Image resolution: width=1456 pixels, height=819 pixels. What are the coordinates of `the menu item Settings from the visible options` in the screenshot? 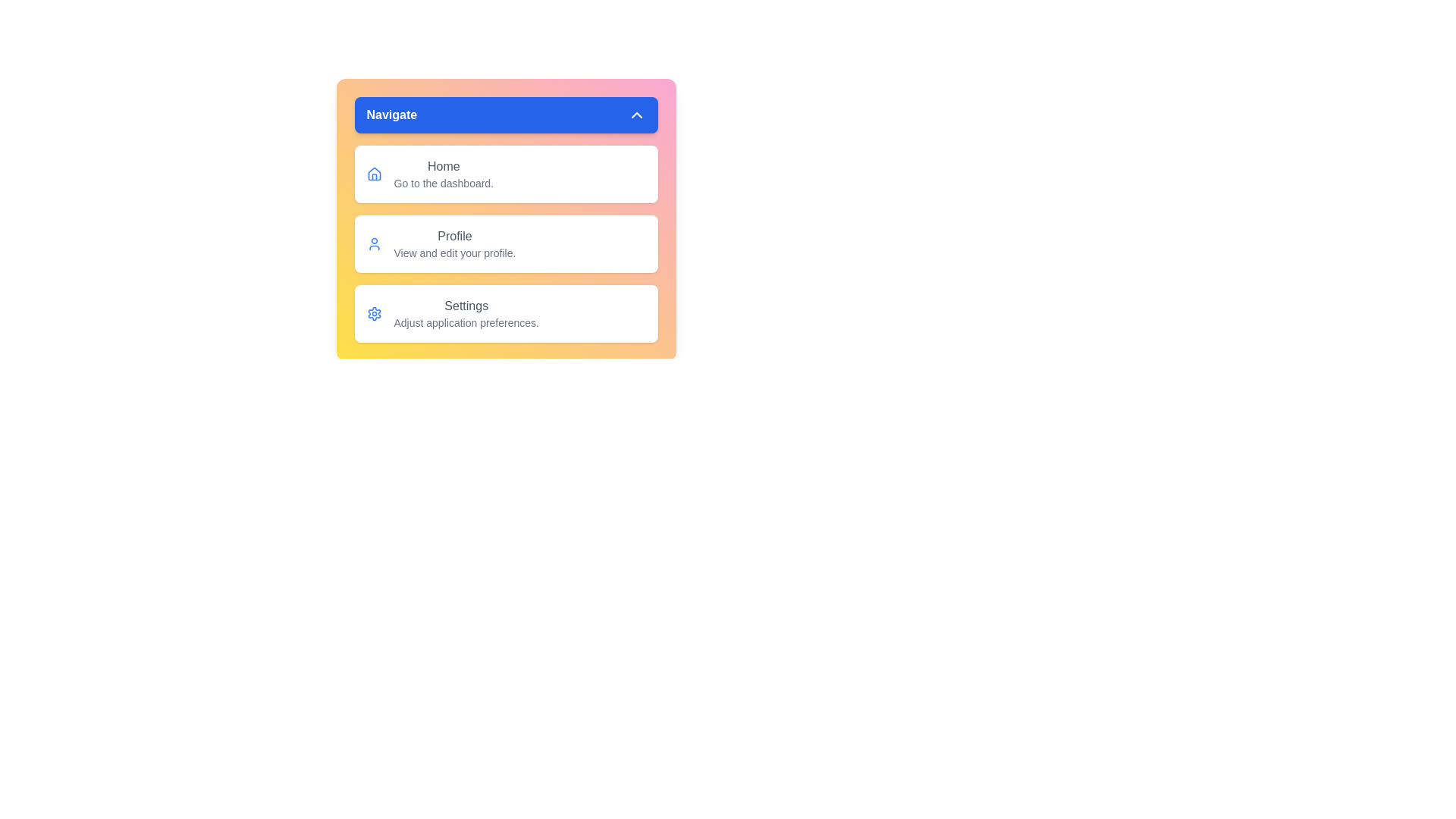 It's located at (506, 312).